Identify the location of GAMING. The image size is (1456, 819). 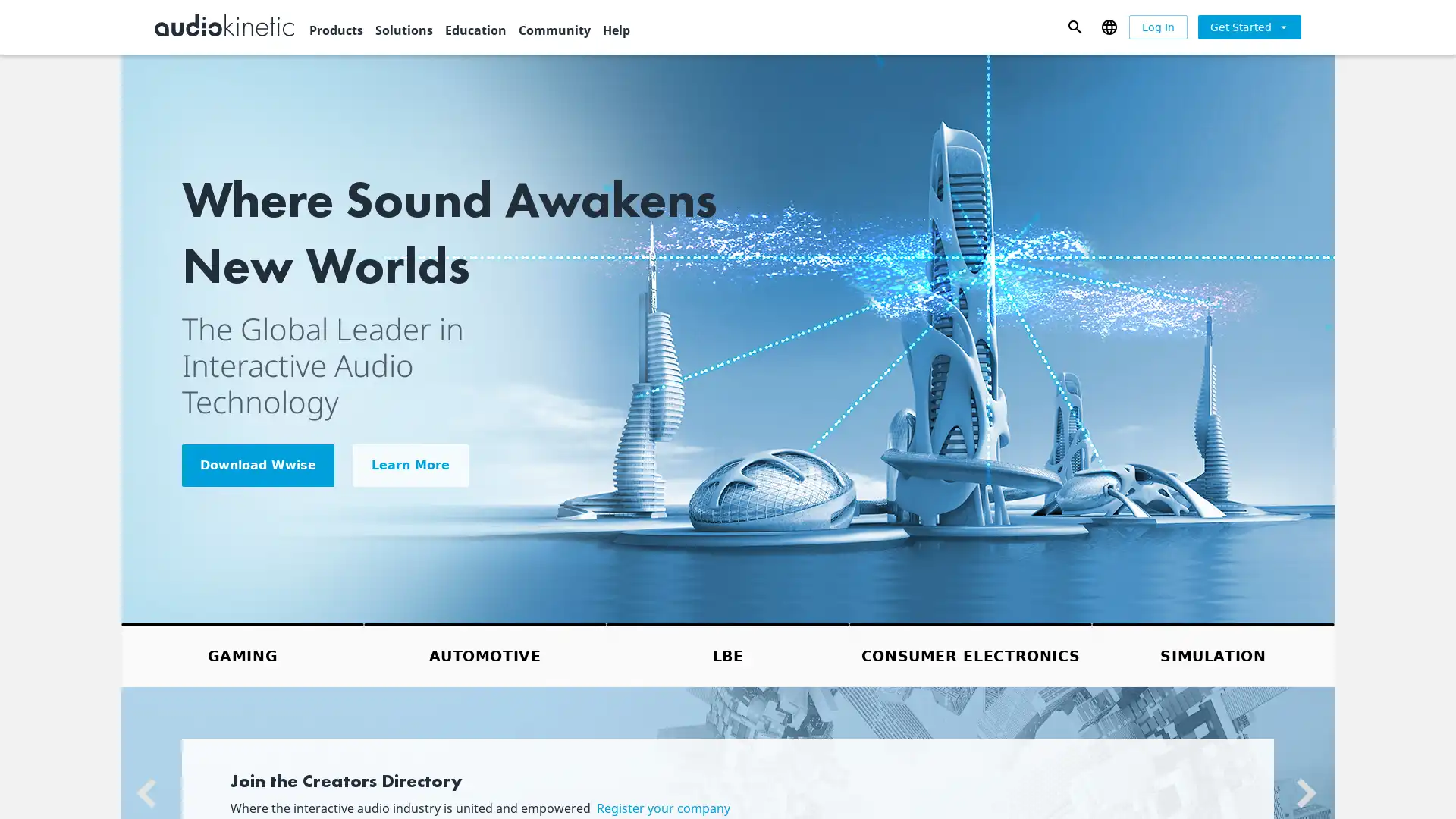
(243, 654).